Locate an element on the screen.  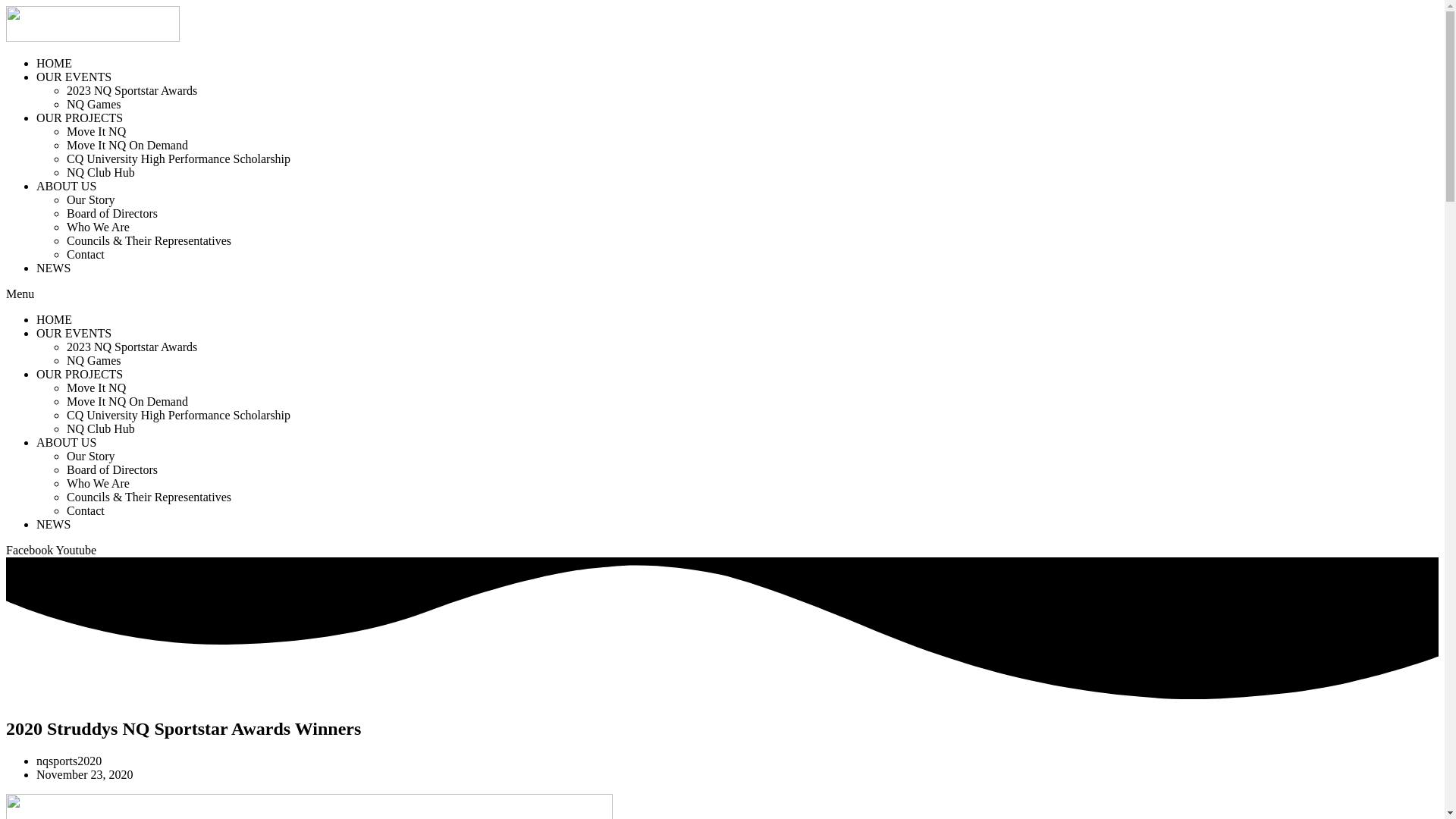
'HOME' is located at coordinates (54, 62).